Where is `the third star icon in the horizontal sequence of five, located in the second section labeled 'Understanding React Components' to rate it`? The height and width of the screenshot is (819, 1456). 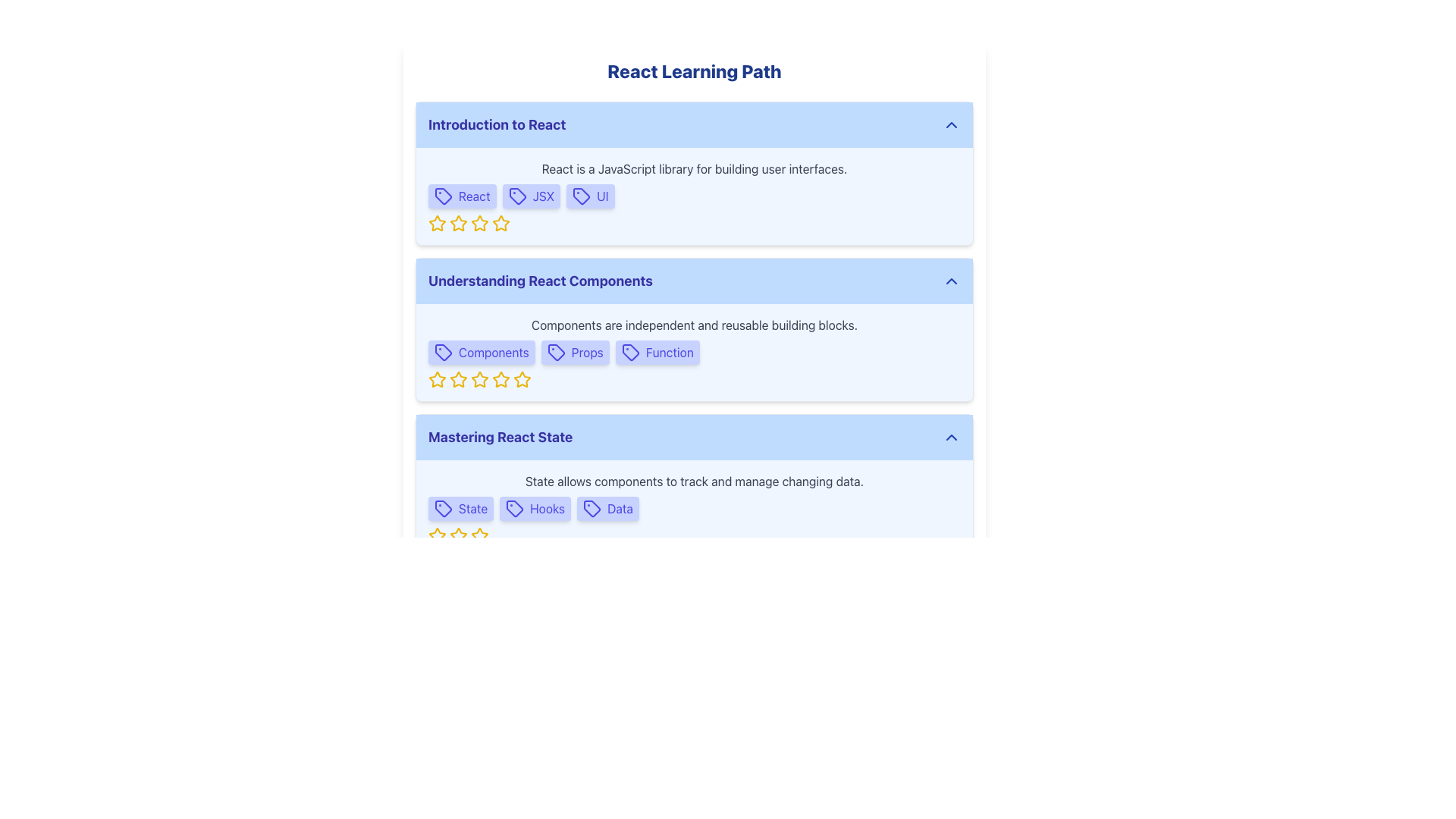 the third star icon in the horizontal sequence of five, located in the second section labeled 'Understanding React Components' to rate it is located at coordinates (457, 379).